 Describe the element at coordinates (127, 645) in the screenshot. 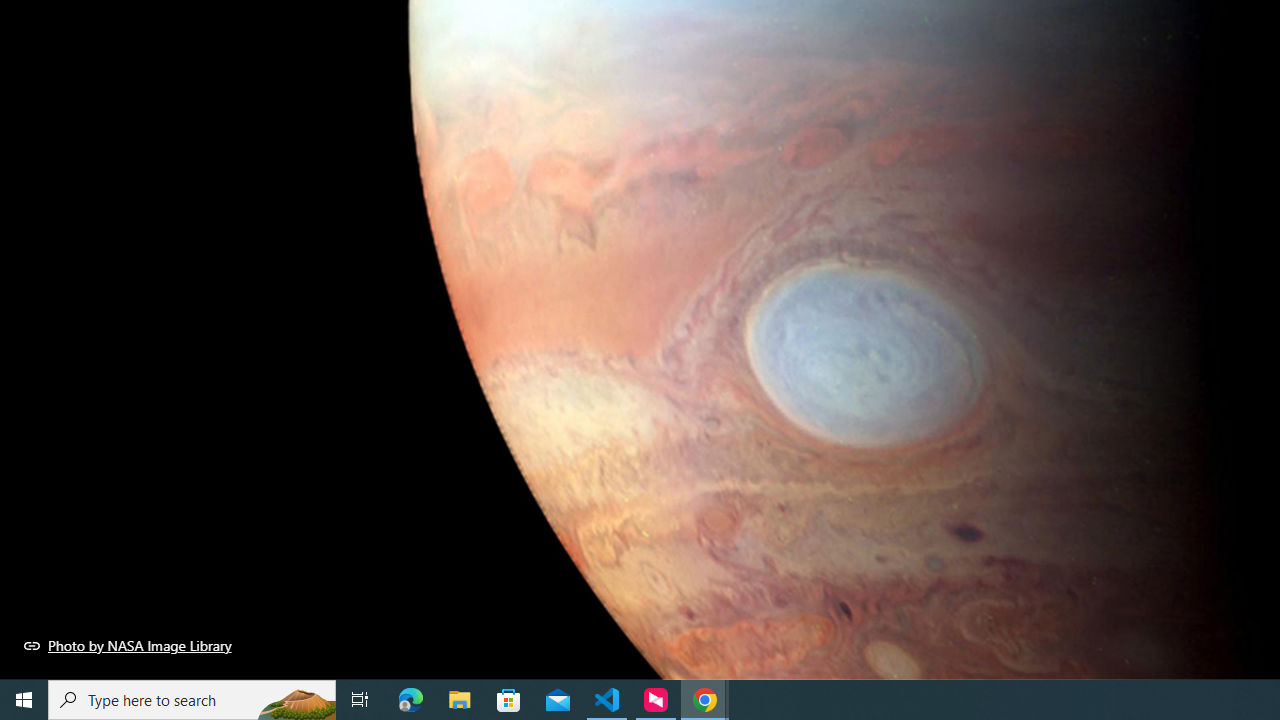

I see `'Photo by NASA Image Library'` at that location.